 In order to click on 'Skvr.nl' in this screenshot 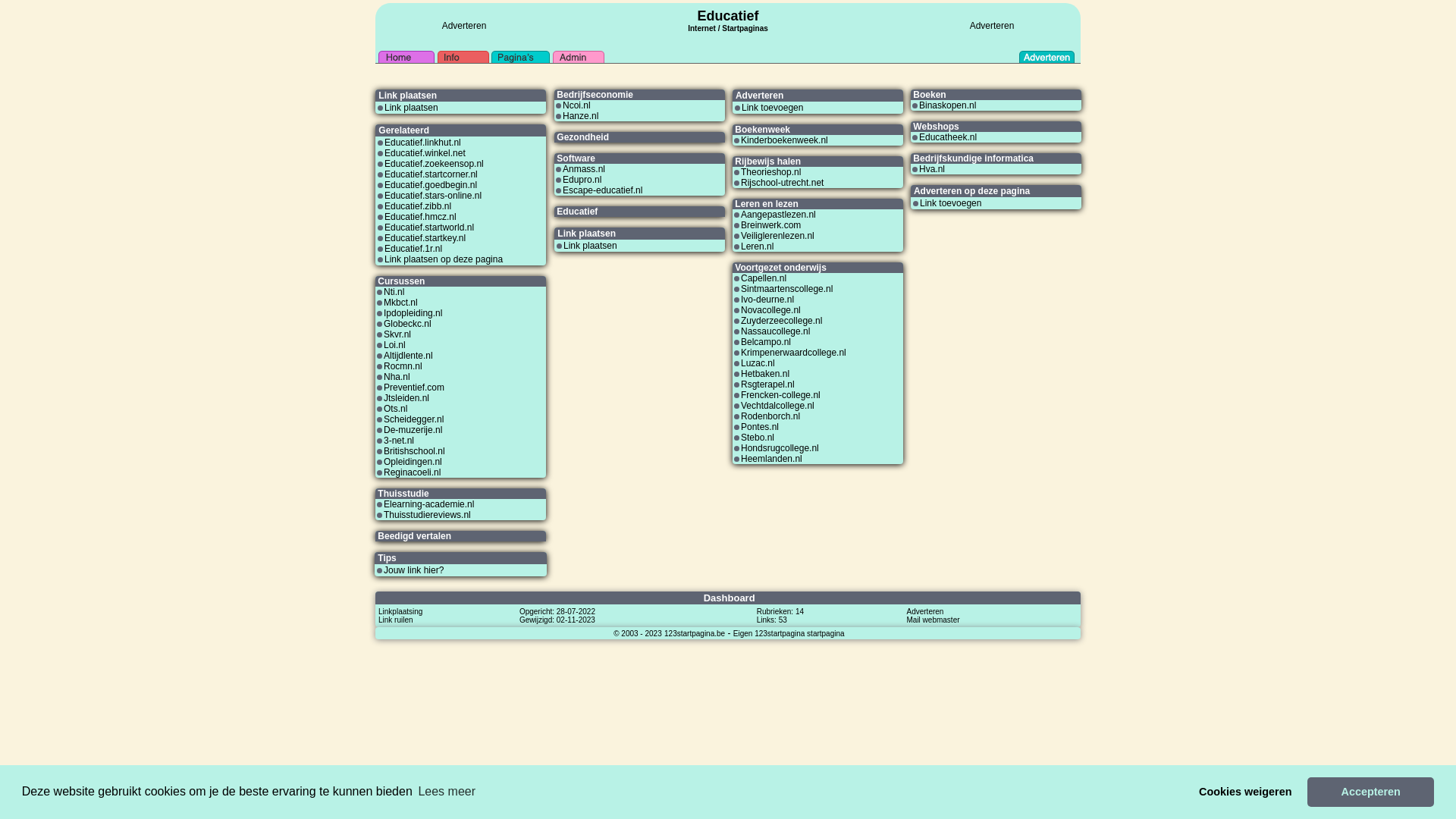, I will do `click(397, 333)`.